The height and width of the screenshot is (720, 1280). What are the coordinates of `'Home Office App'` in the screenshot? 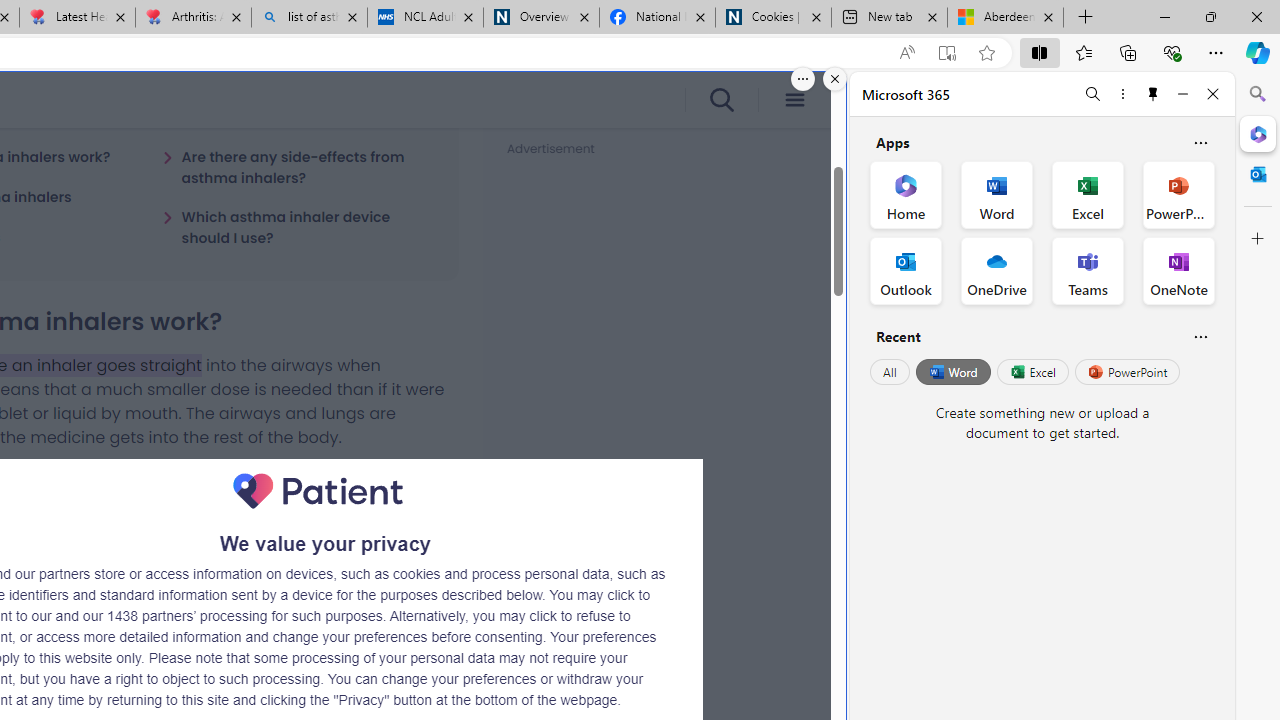 It's located at (905, 195).